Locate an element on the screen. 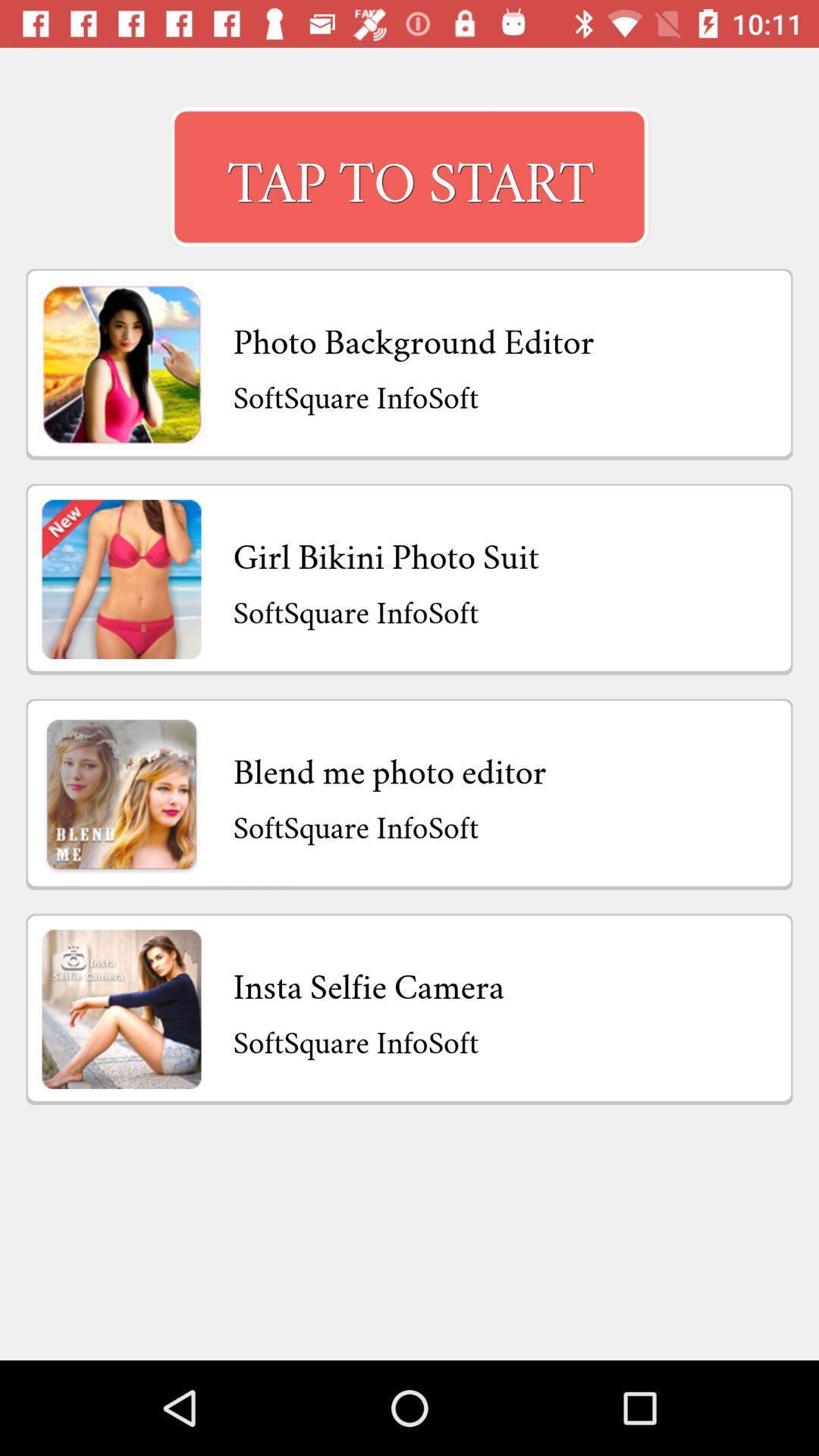 The image size is (819, 1456). first image from top is located at coordinates (121, 364).